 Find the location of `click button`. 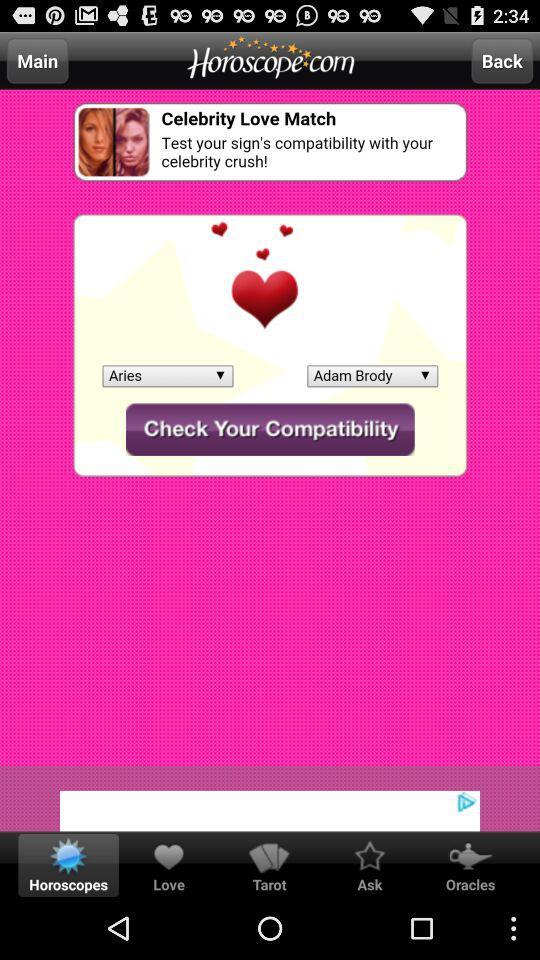

click button is located at coordinates (270, 798).